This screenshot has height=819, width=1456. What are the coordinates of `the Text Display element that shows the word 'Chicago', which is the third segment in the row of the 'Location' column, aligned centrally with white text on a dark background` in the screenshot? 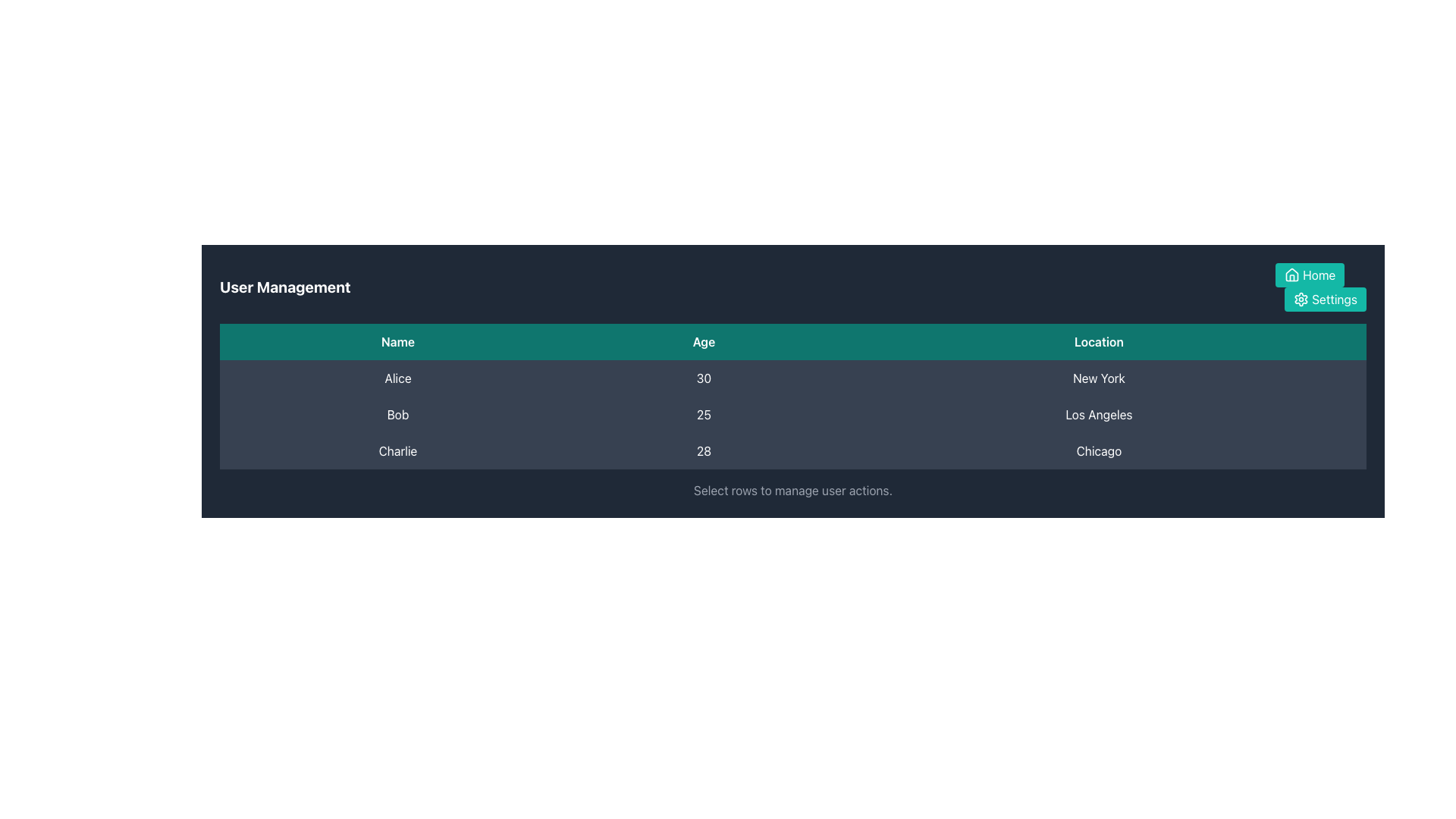 It's located at (1099, 450).